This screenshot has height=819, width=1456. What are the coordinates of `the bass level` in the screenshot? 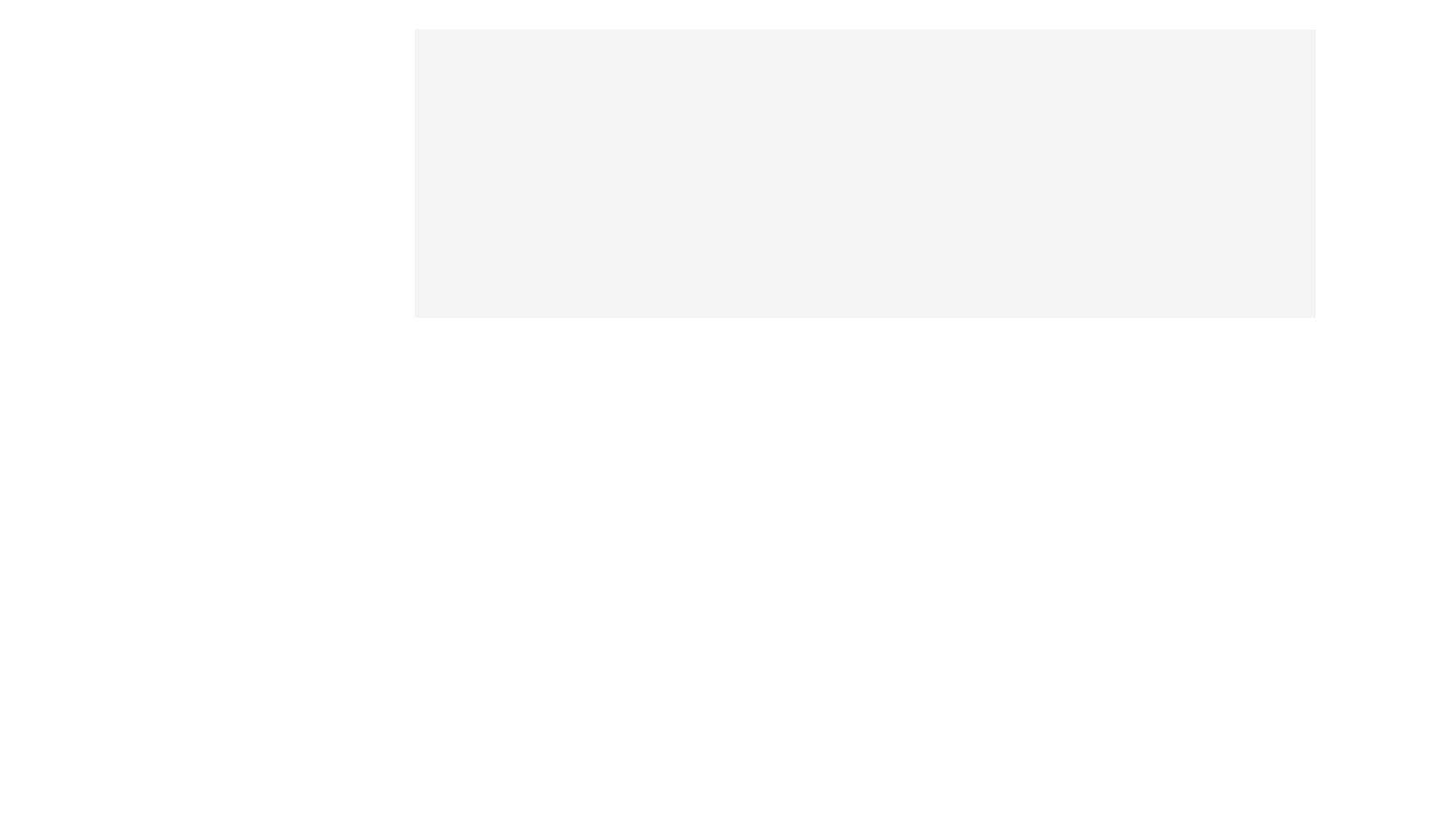 It's located at (938, 391).